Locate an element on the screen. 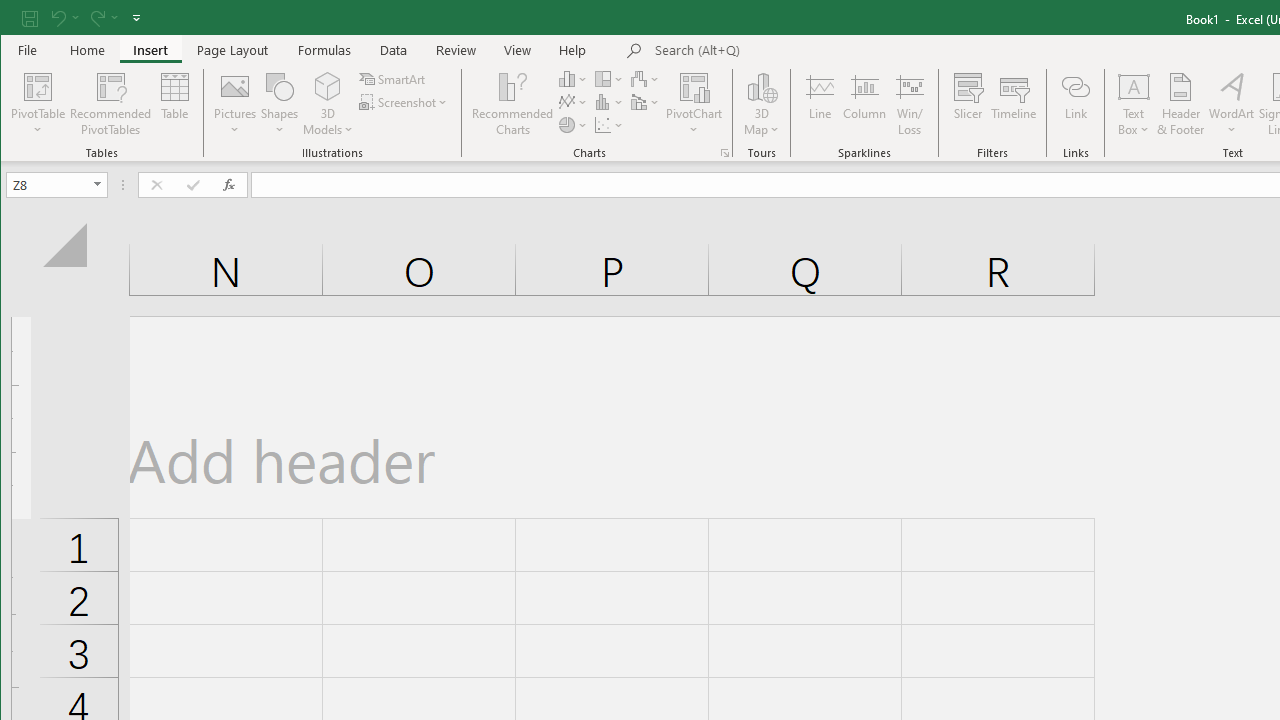 Image resolution: width=1280 pixels, height=720 pixels. 'Table' is located at coordinates (174, 104).